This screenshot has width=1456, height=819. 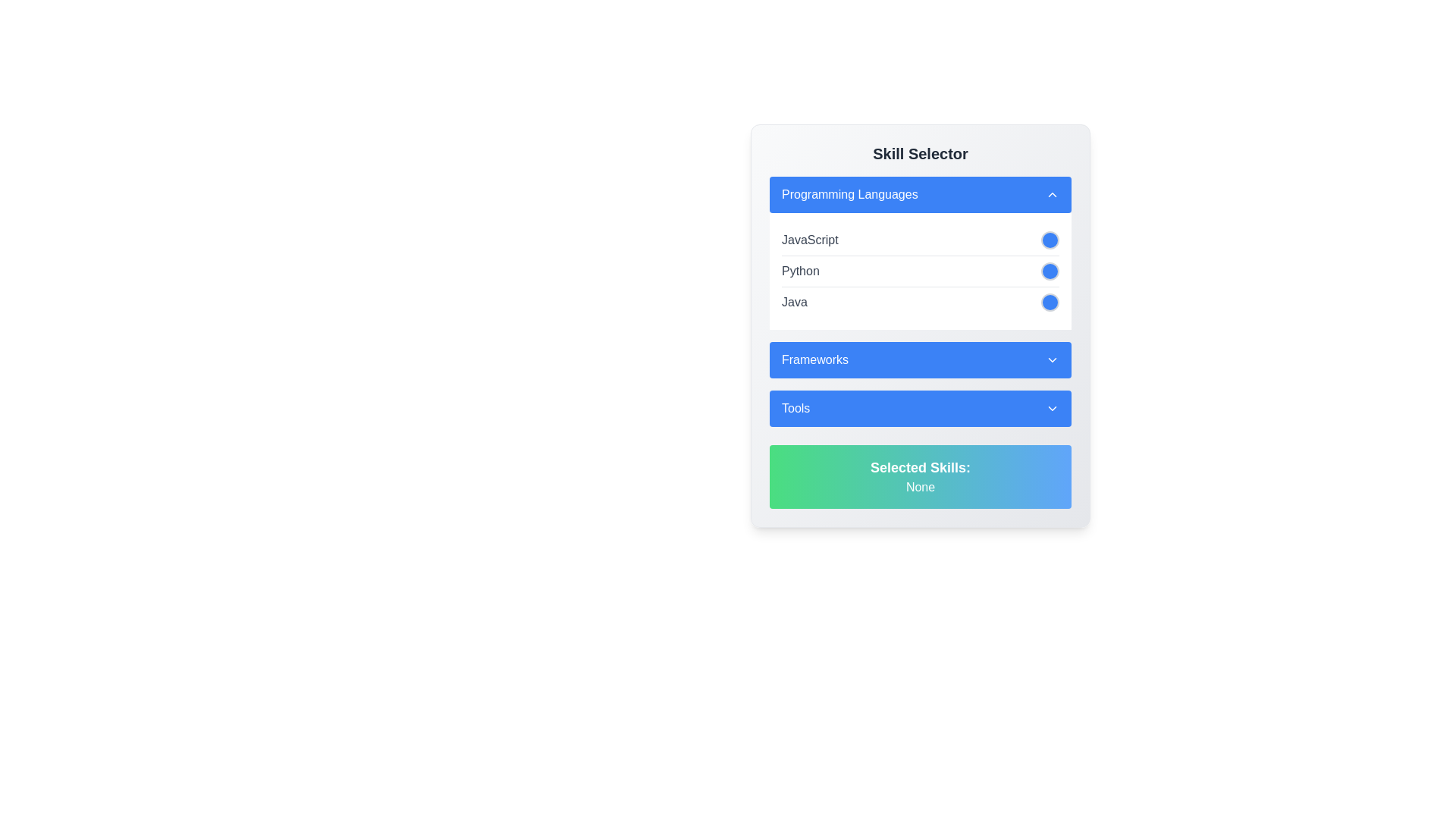 What do you see at coordinates (809, 239) in the screenshot?
I see `the 'JavaScript' text label in the 'Programming Languages' section` at bounding box center [809, 239].